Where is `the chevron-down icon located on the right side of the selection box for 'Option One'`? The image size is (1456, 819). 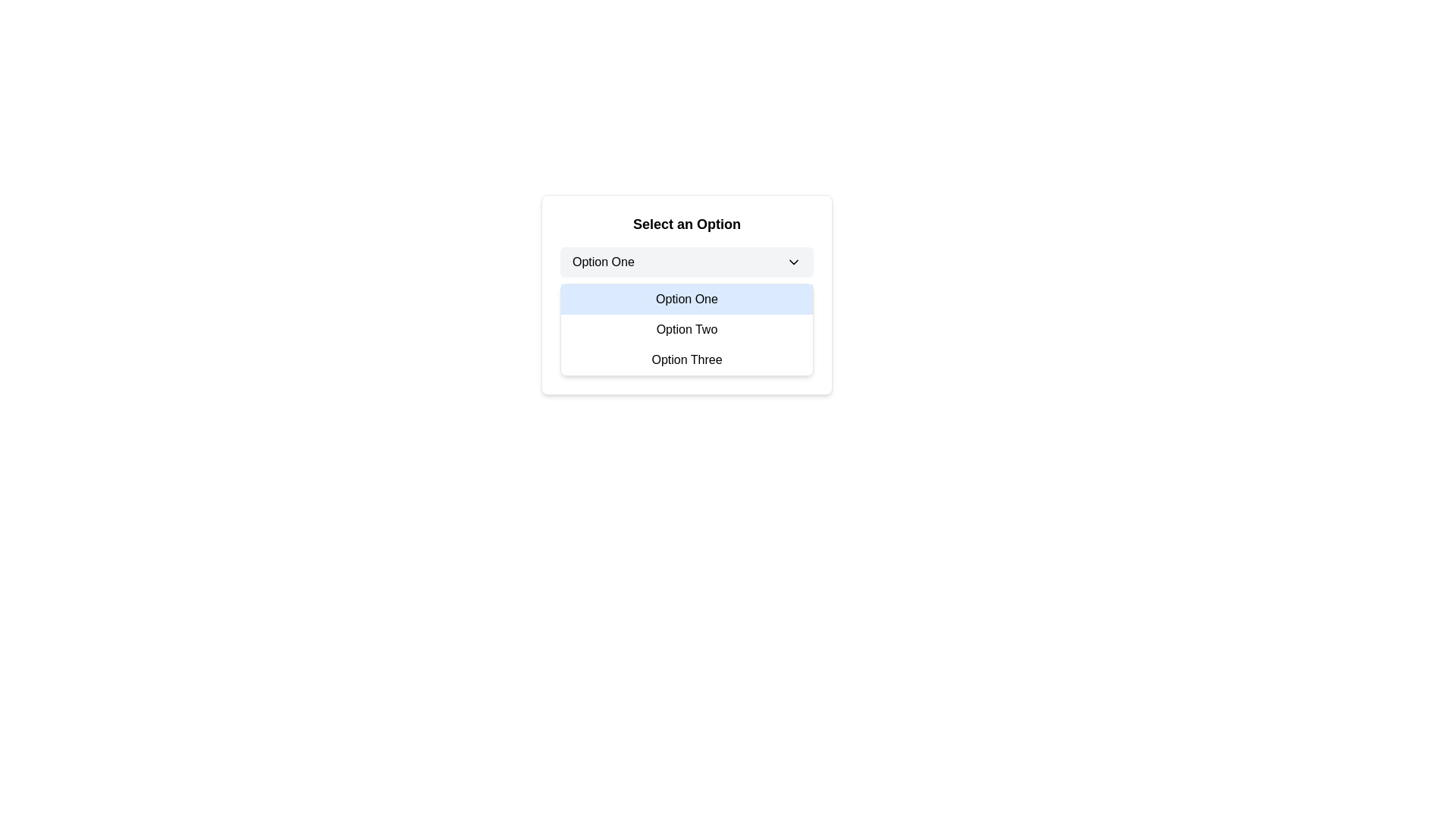 the chevron-down icon located on the right side of the selection box for 'Option One' is located at coordinates (792, 262).